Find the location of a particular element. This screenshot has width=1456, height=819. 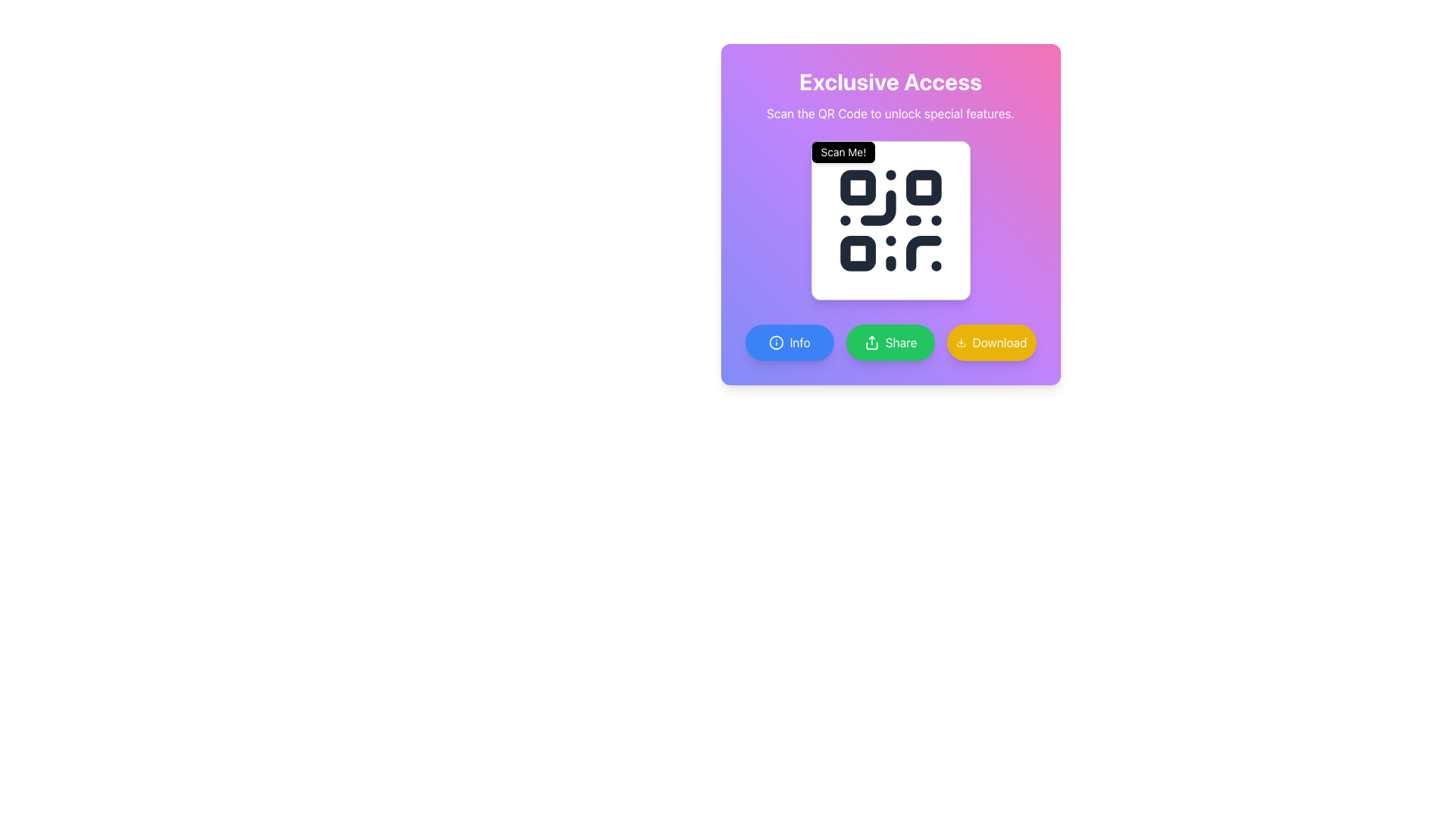

the share button located in the second column of a three-column grid below the QR code is located at coordinates (890, 342).